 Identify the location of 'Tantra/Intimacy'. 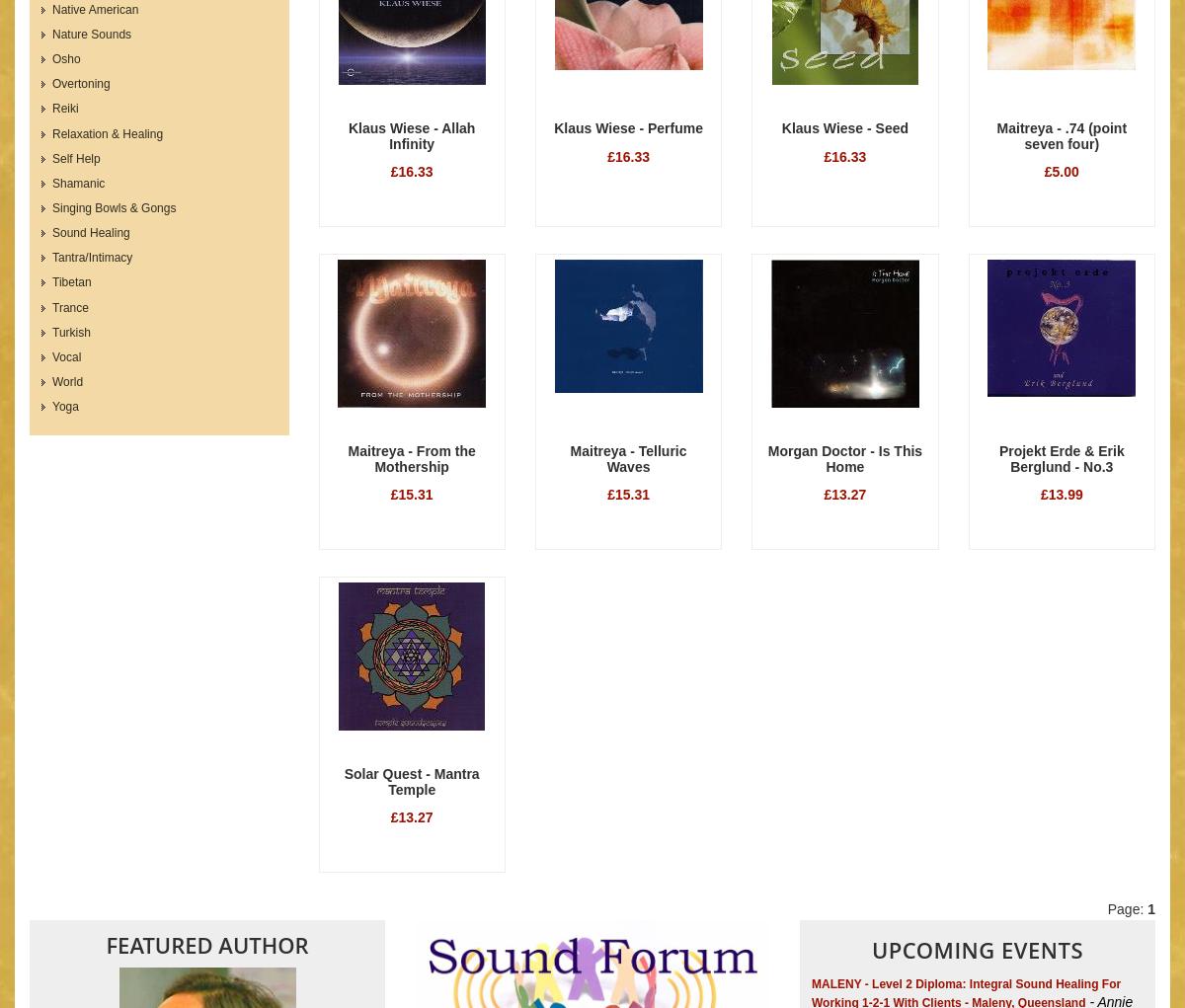
(92, 256).